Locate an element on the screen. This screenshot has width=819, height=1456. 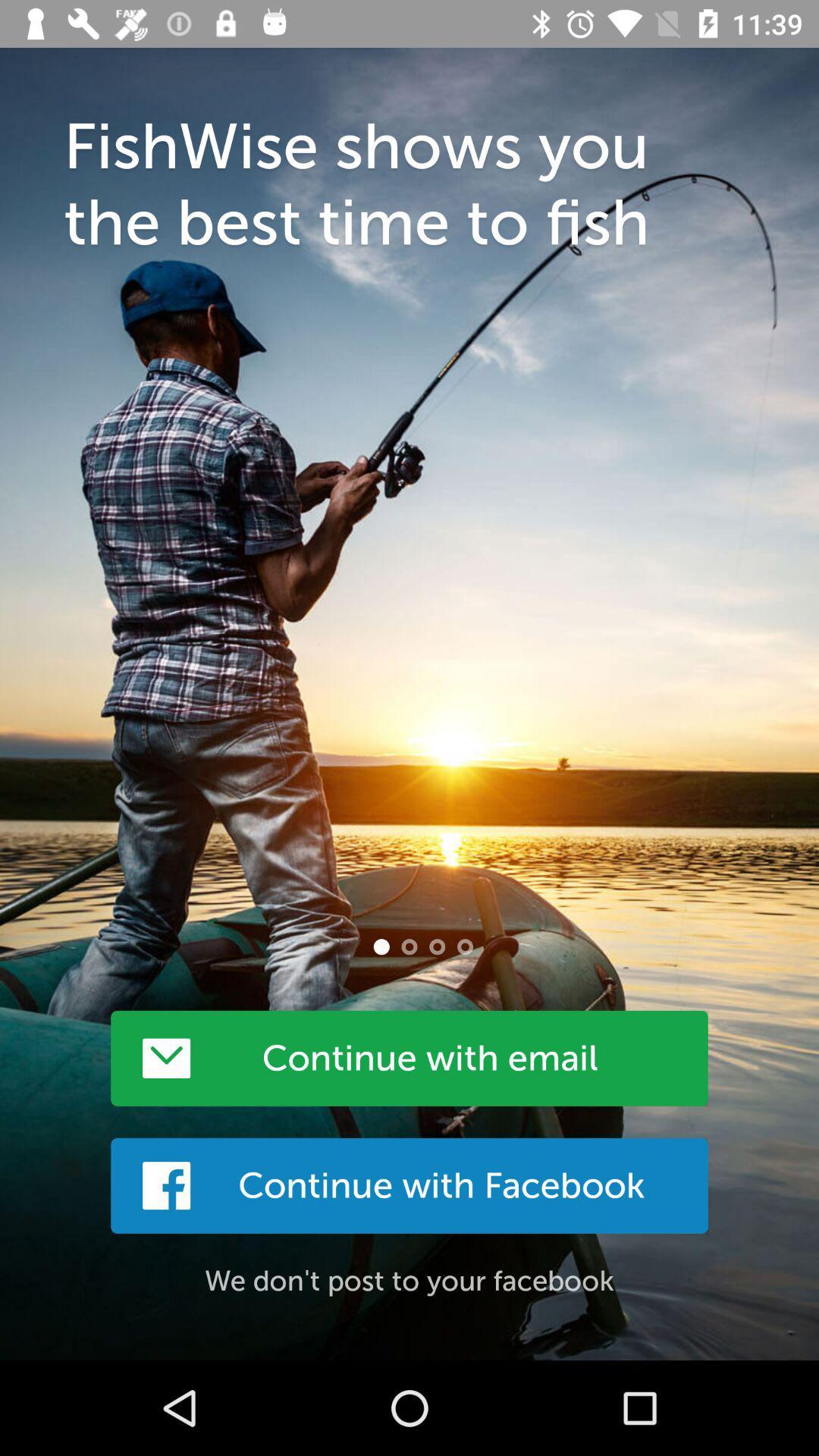
forth page is located at coordinates (464, 946).